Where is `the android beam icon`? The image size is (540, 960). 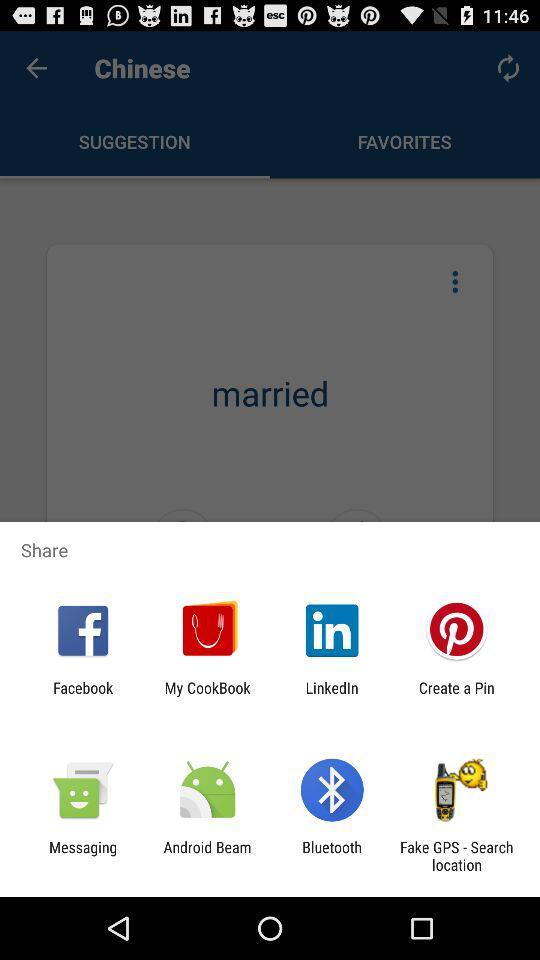
the android beam icon is located at coordinates (206, 855).